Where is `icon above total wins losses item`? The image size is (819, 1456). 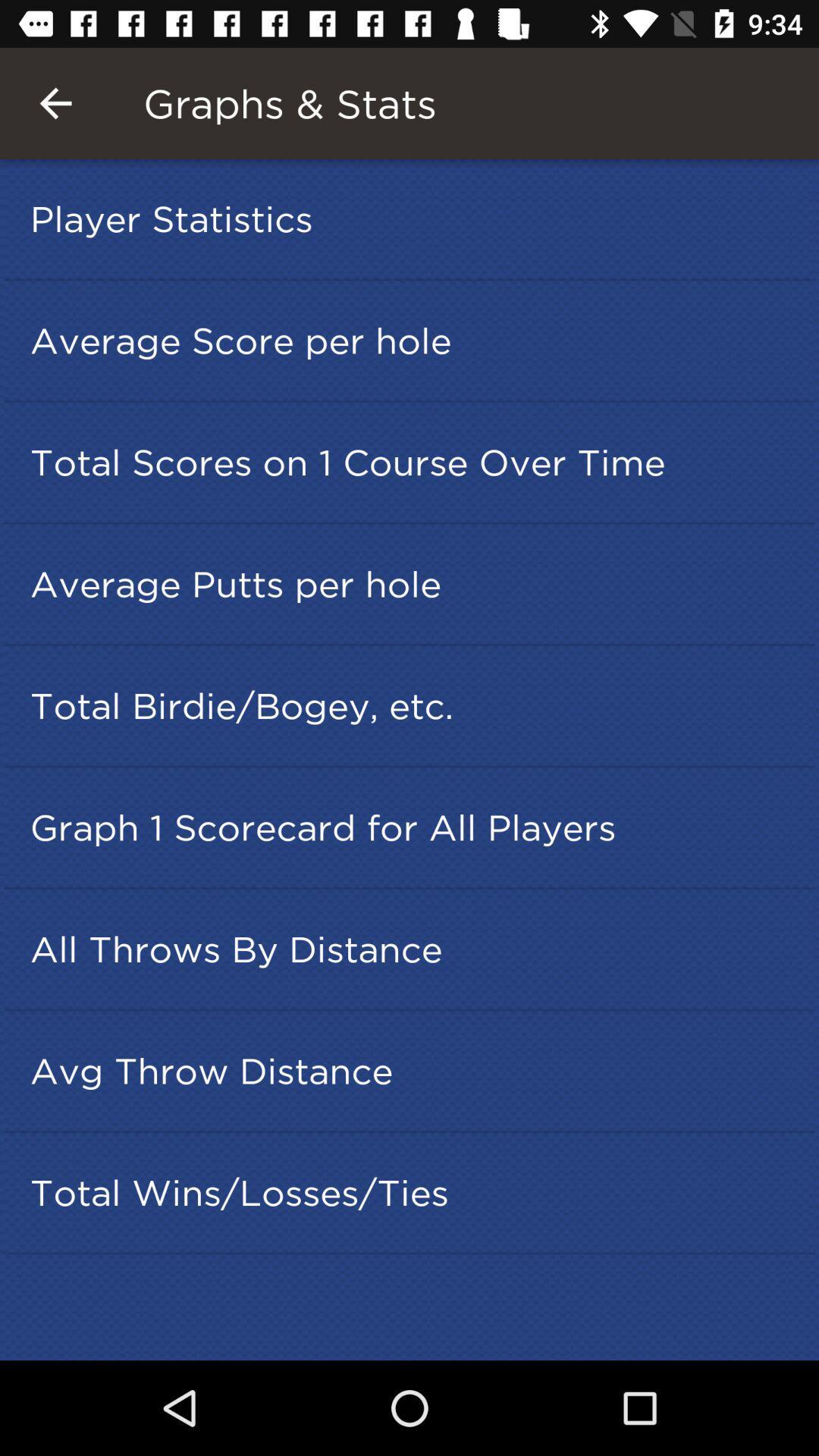
icon above total wins losses item is located at coordinates (414, 1070).